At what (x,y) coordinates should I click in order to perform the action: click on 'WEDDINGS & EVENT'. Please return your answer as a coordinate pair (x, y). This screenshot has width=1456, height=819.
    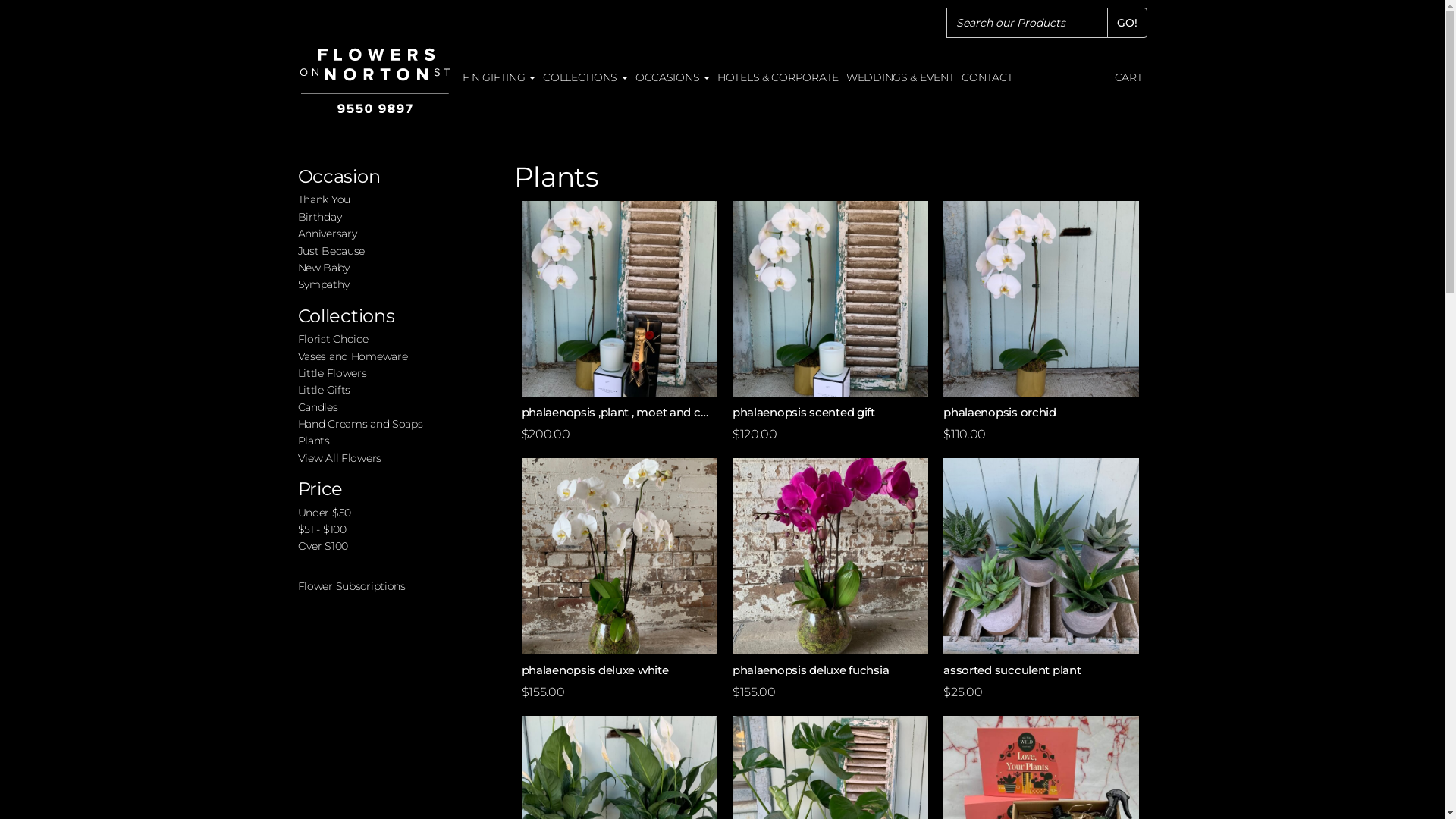
    Looking at the image, I should click on (900, 77).